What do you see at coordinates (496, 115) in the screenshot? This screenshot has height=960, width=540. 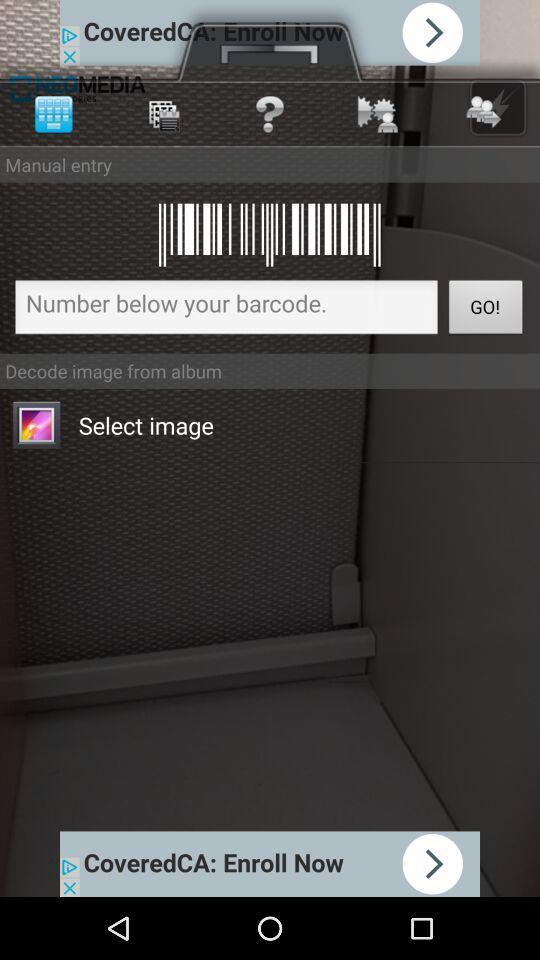 I see `the arrow_forward icon` at bounding box center [496, 115].